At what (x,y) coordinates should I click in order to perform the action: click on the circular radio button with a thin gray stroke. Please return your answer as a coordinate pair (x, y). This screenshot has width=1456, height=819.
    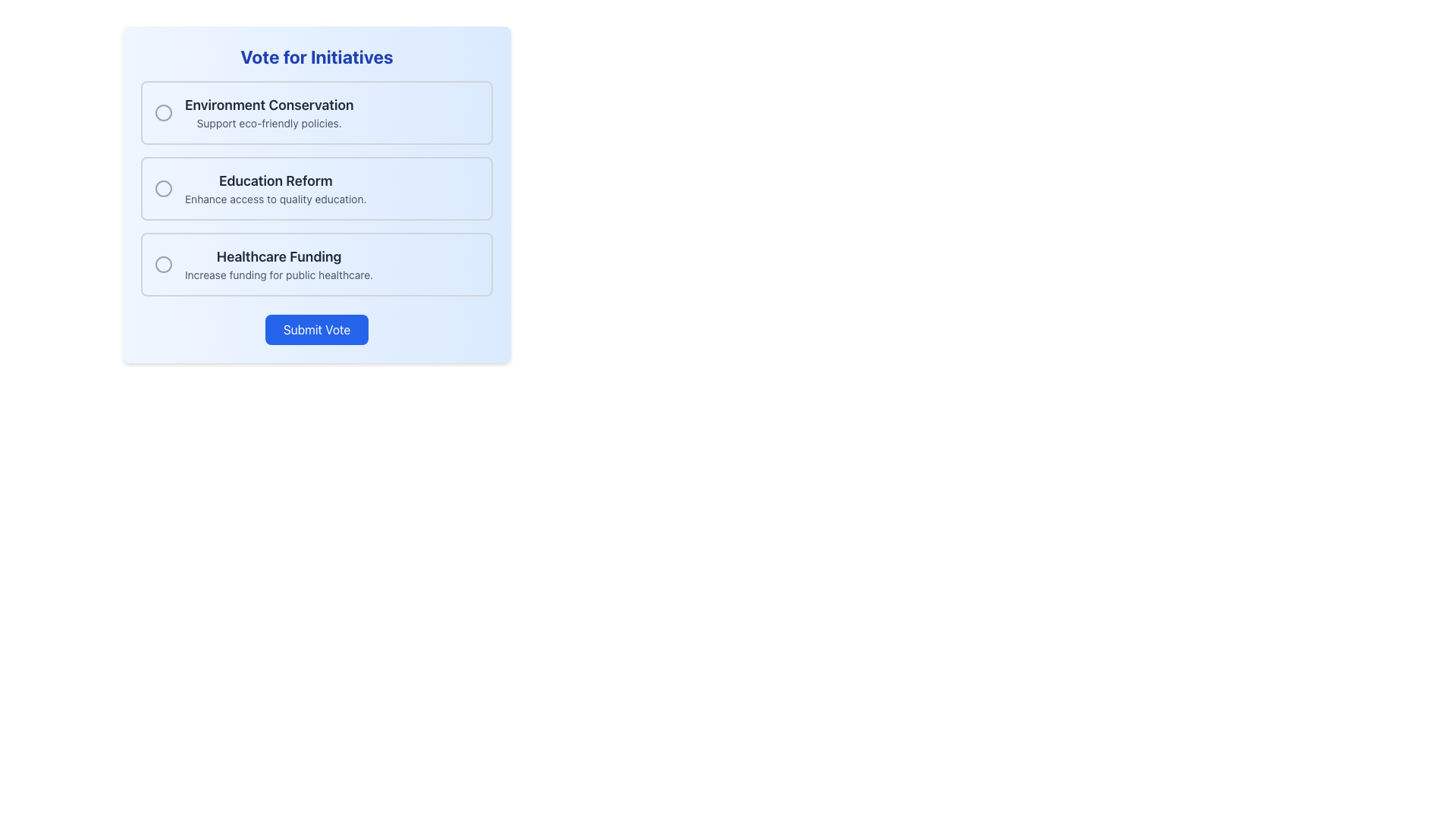
    Looking at the image, I should click on (164, 263).